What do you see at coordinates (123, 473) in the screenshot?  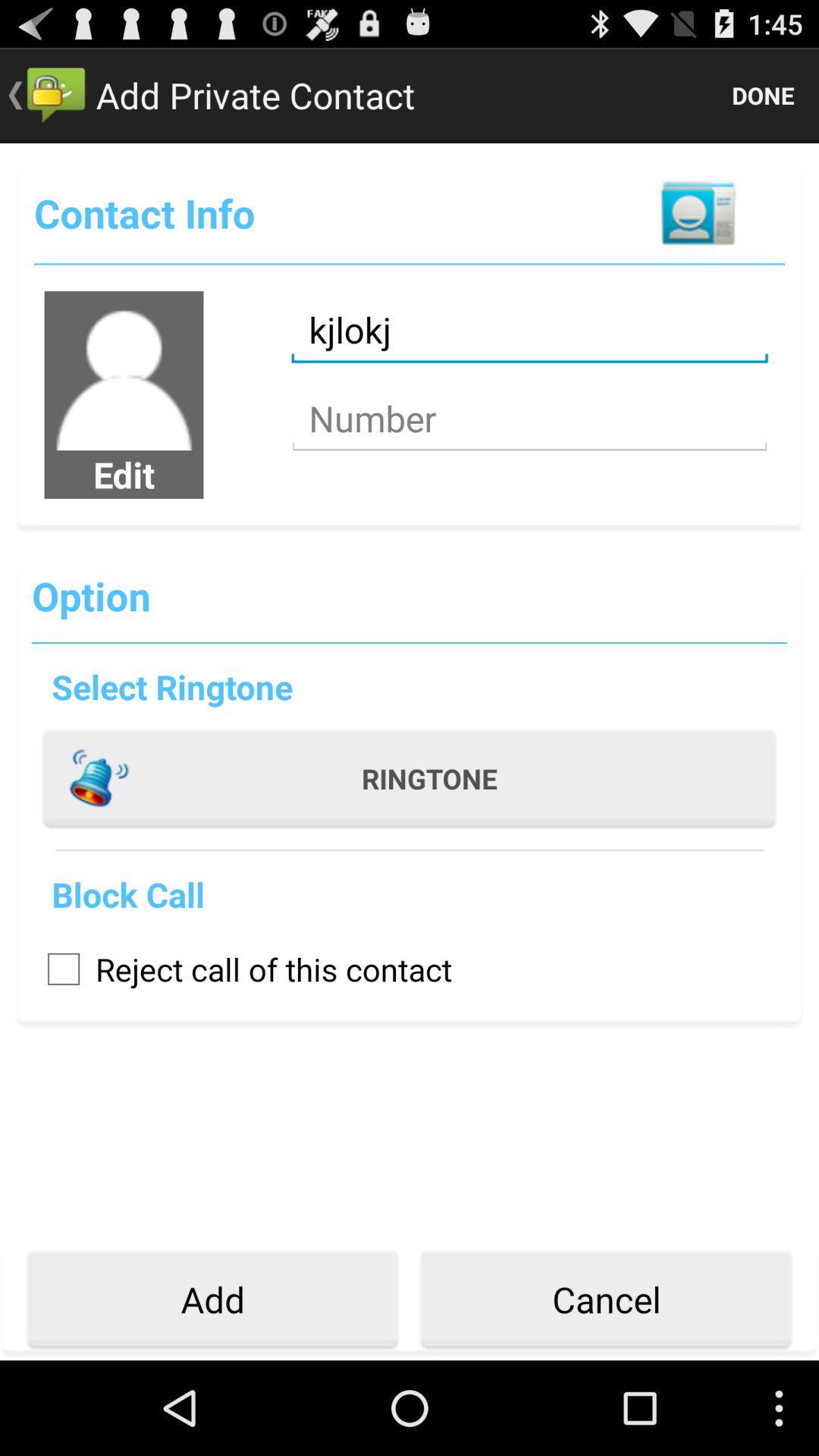 I see `item above option icon` at bounding box center [123, 473].